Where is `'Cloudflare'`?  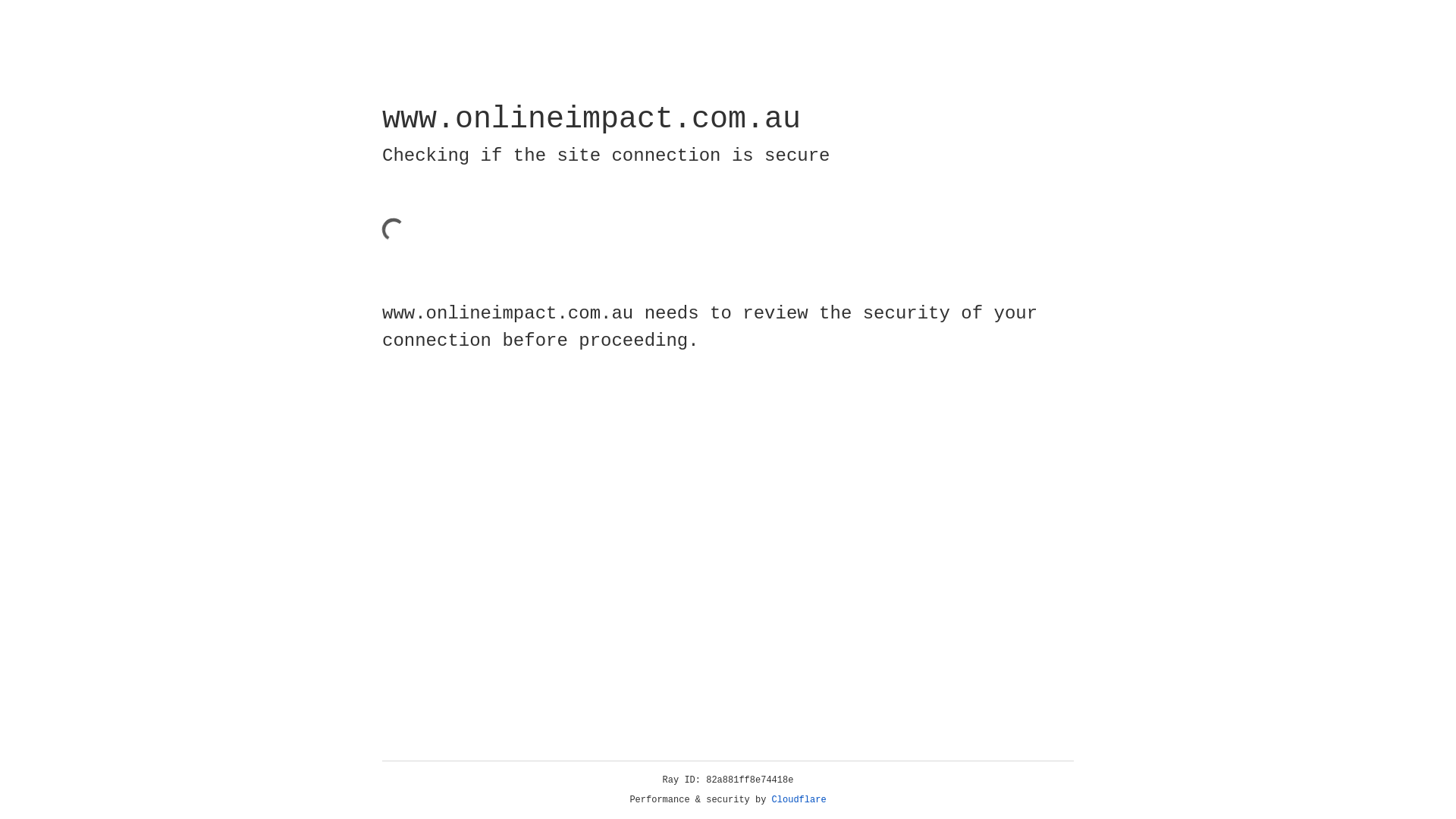
'Cloudflare' is located at coordinates (799, 799).